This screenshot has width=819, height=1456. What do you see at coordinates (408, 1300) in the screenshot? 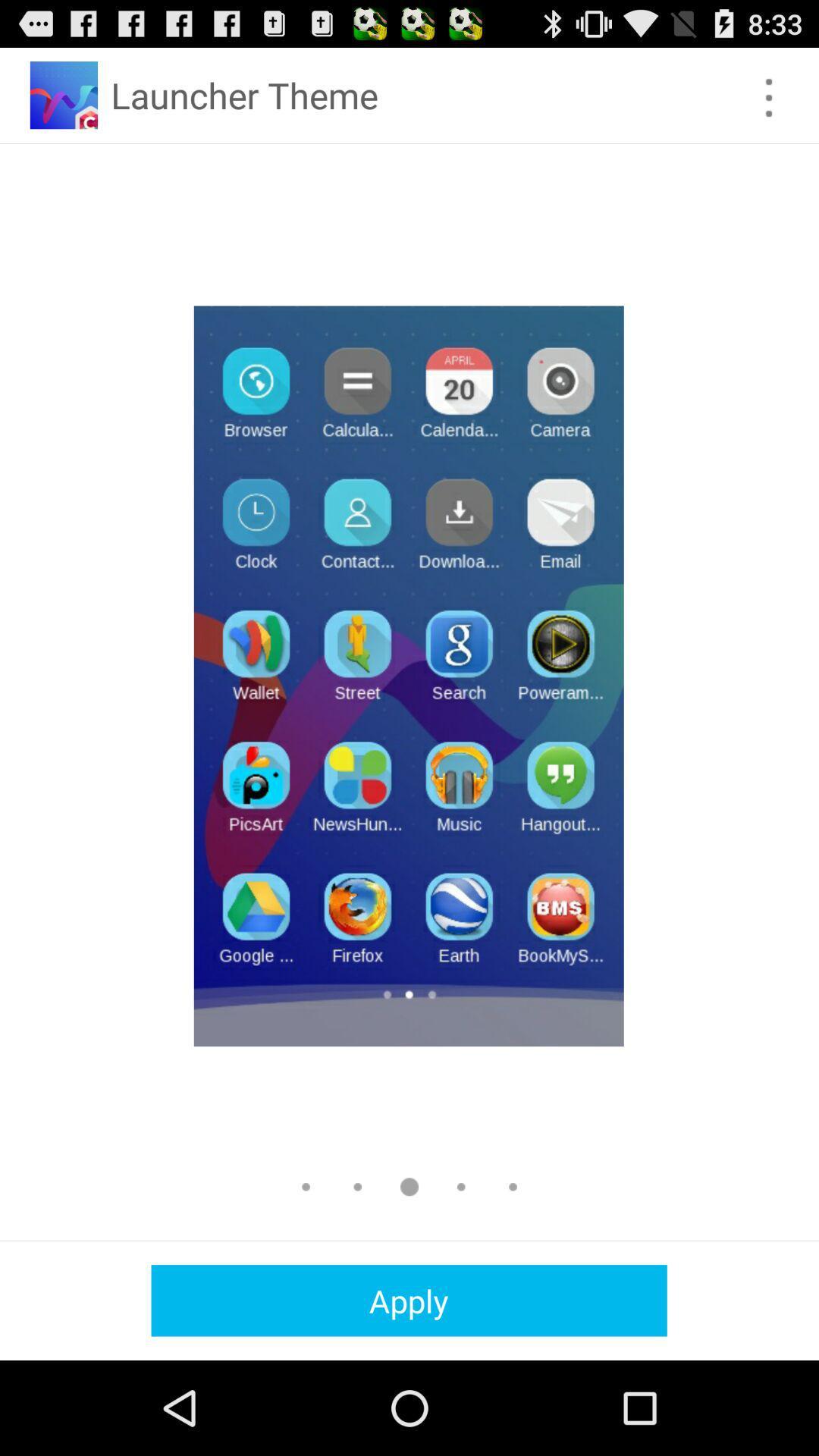
I see `the apply icon` at bounding box center [408, 1300].